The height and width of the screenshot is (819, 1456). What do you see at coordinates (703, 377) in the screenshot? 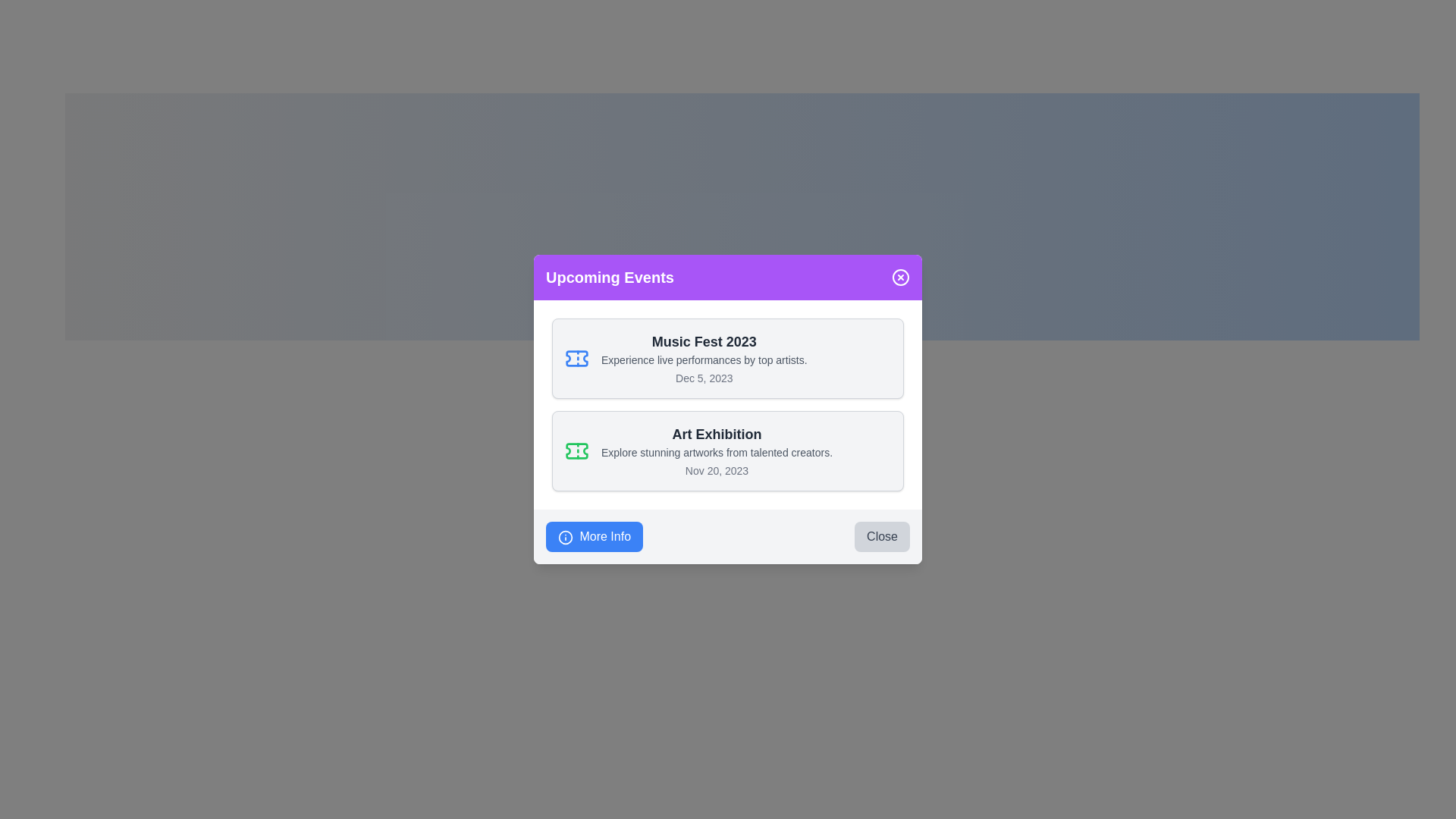
I see `the Text label that provides the date information for the 'Music Fest 2023' event, located below the event title and description` at bounding box center [703, 377].